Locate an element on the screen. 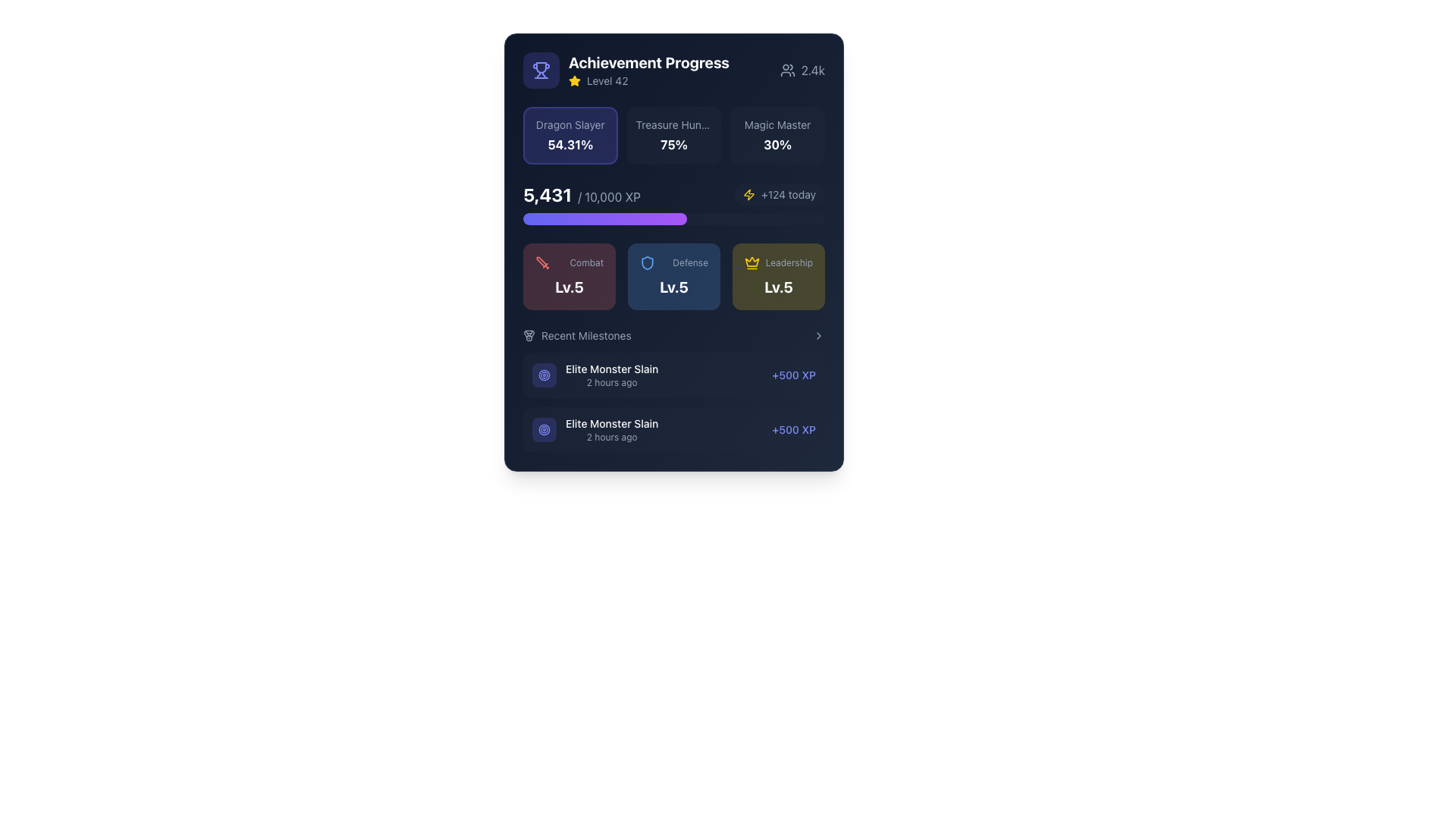  the decorative icon representing the 'Combat' section, which is part of the 'Combat' card displayed in a series of three cards is located at coordinates (542, 262).